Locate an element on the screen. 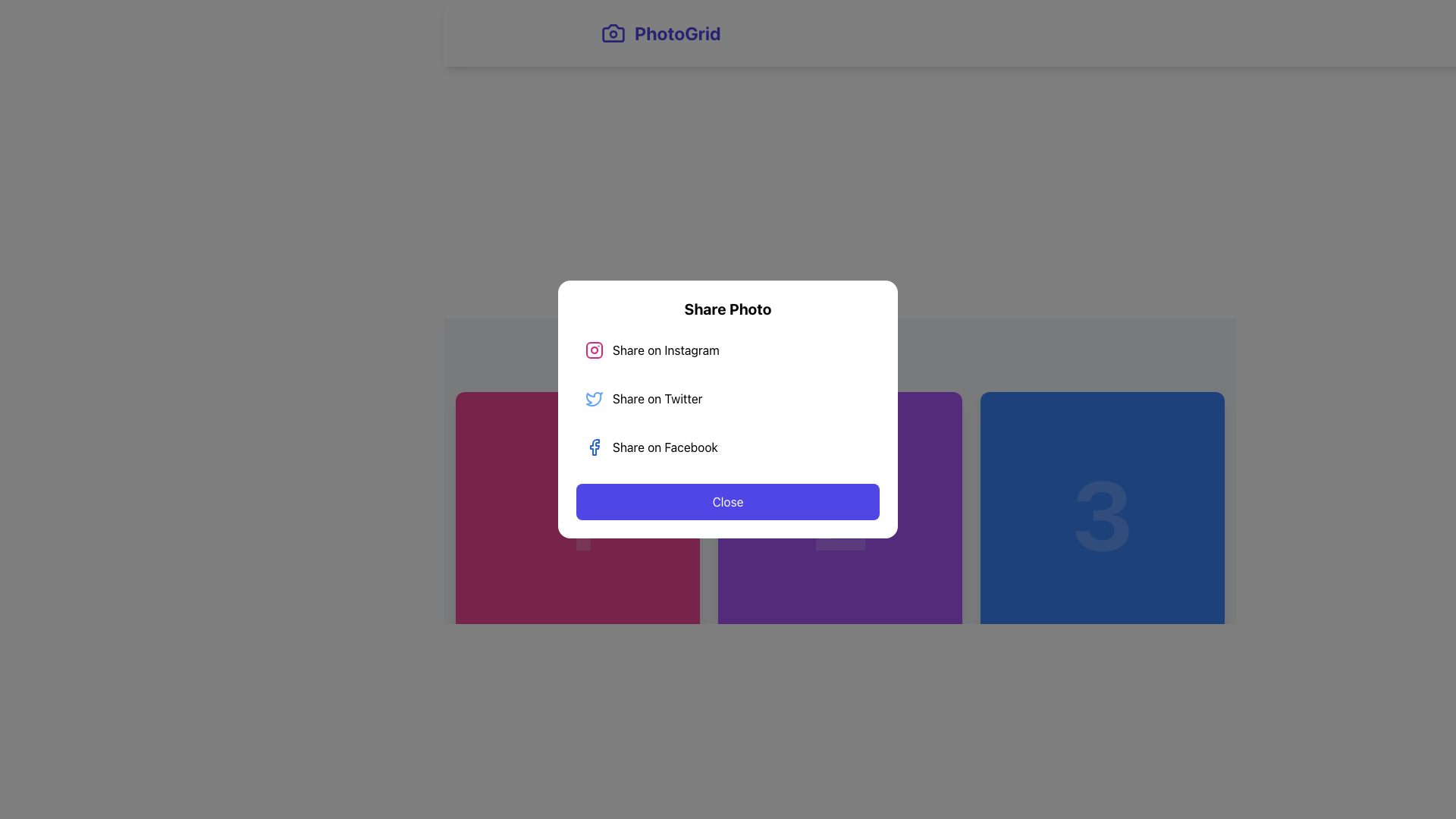  the camera icon in the PhotoGrid logo, which is a dark blue SVG graphic located near the top center of the interface is located at coordinates (613, 32).